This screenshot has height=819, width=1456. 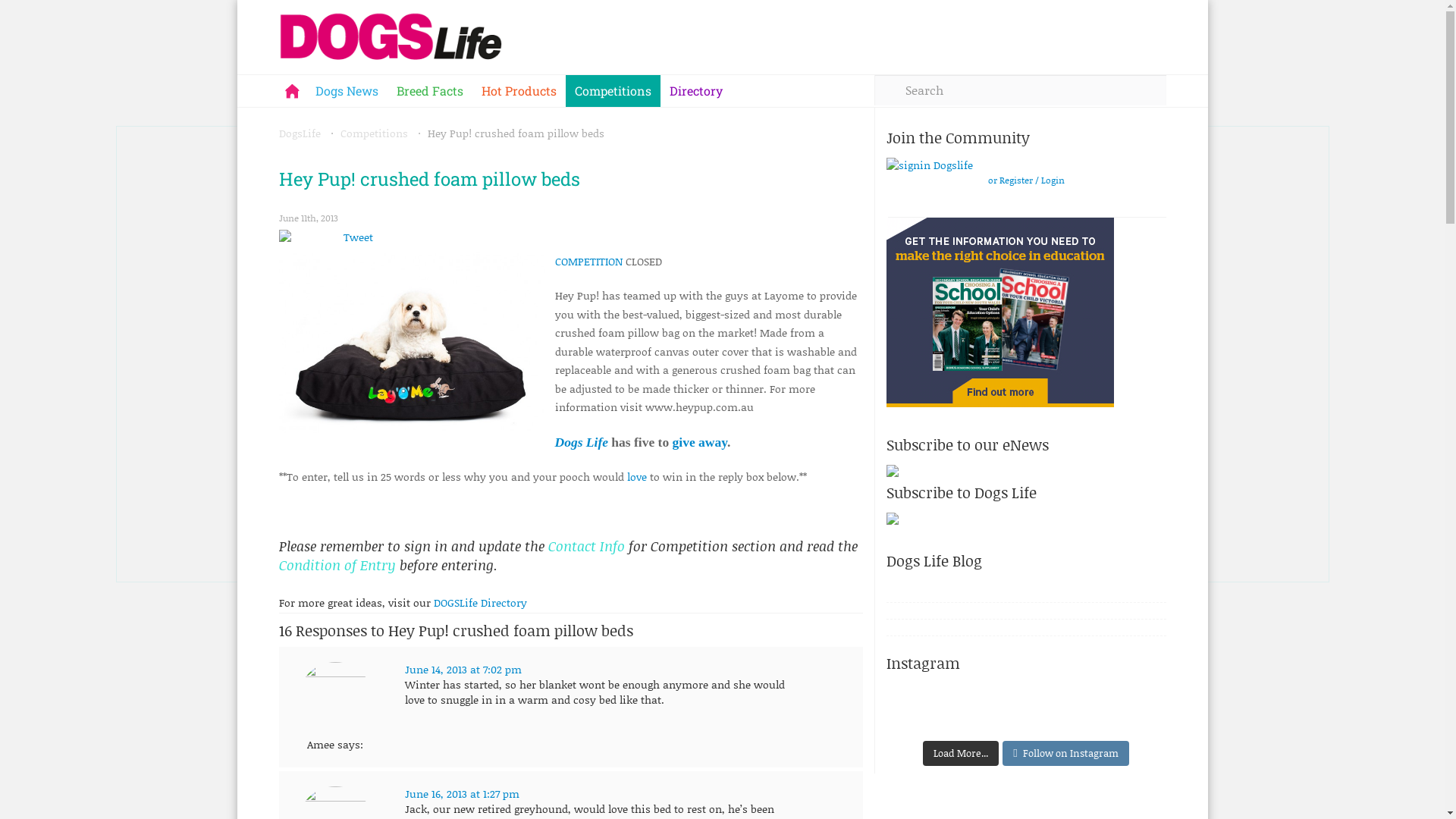 What do you see at coordinates (1025, 180) in the screenshot?
I see `'or Register / Login'` at bounding box center [1025, 180].